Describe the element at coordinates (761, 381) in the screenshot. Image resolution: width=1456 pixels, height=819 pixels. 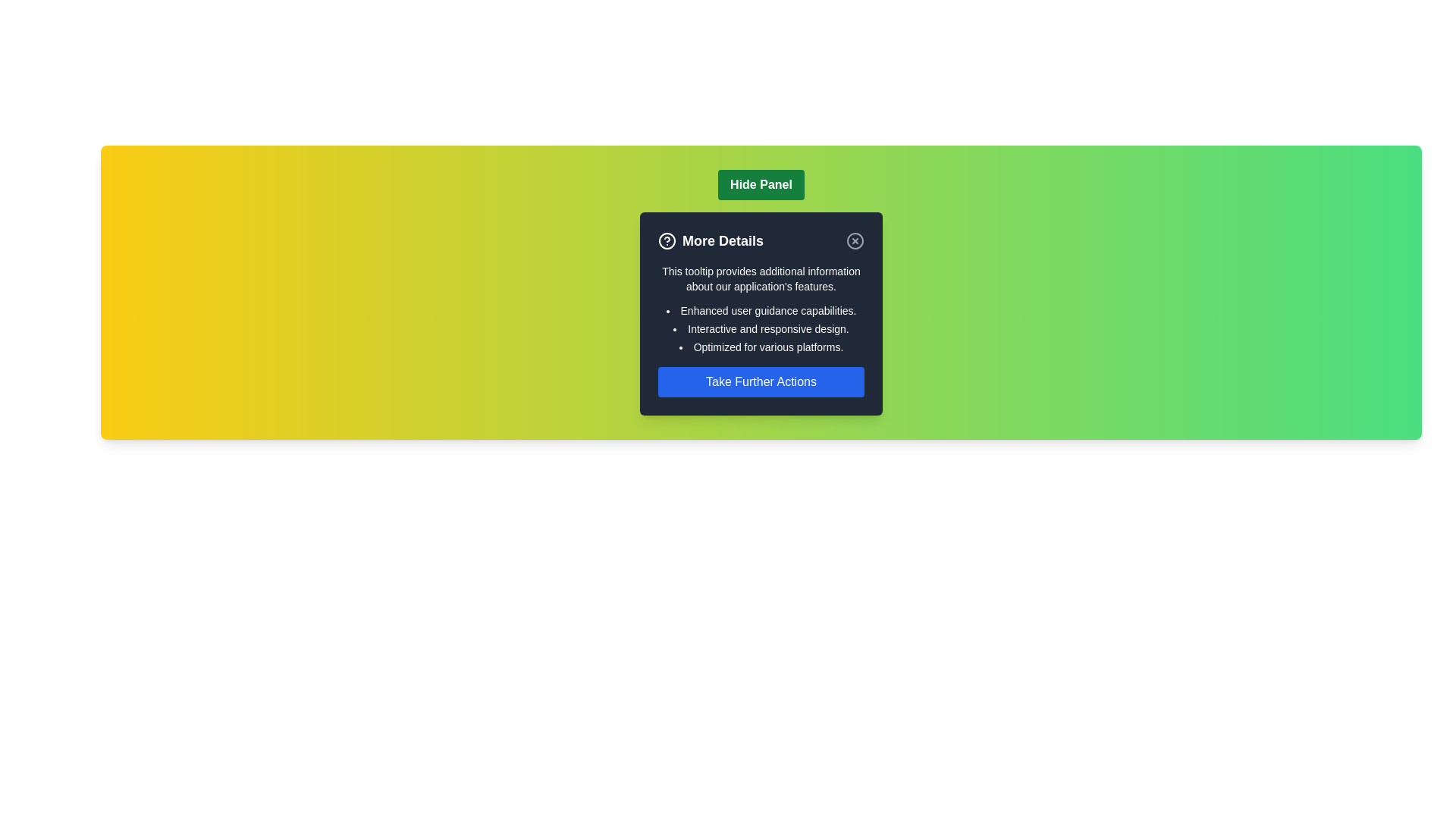
I see `the blue button with white text 'Take Further Actions' located at the bottom of the tooltip` at that location.